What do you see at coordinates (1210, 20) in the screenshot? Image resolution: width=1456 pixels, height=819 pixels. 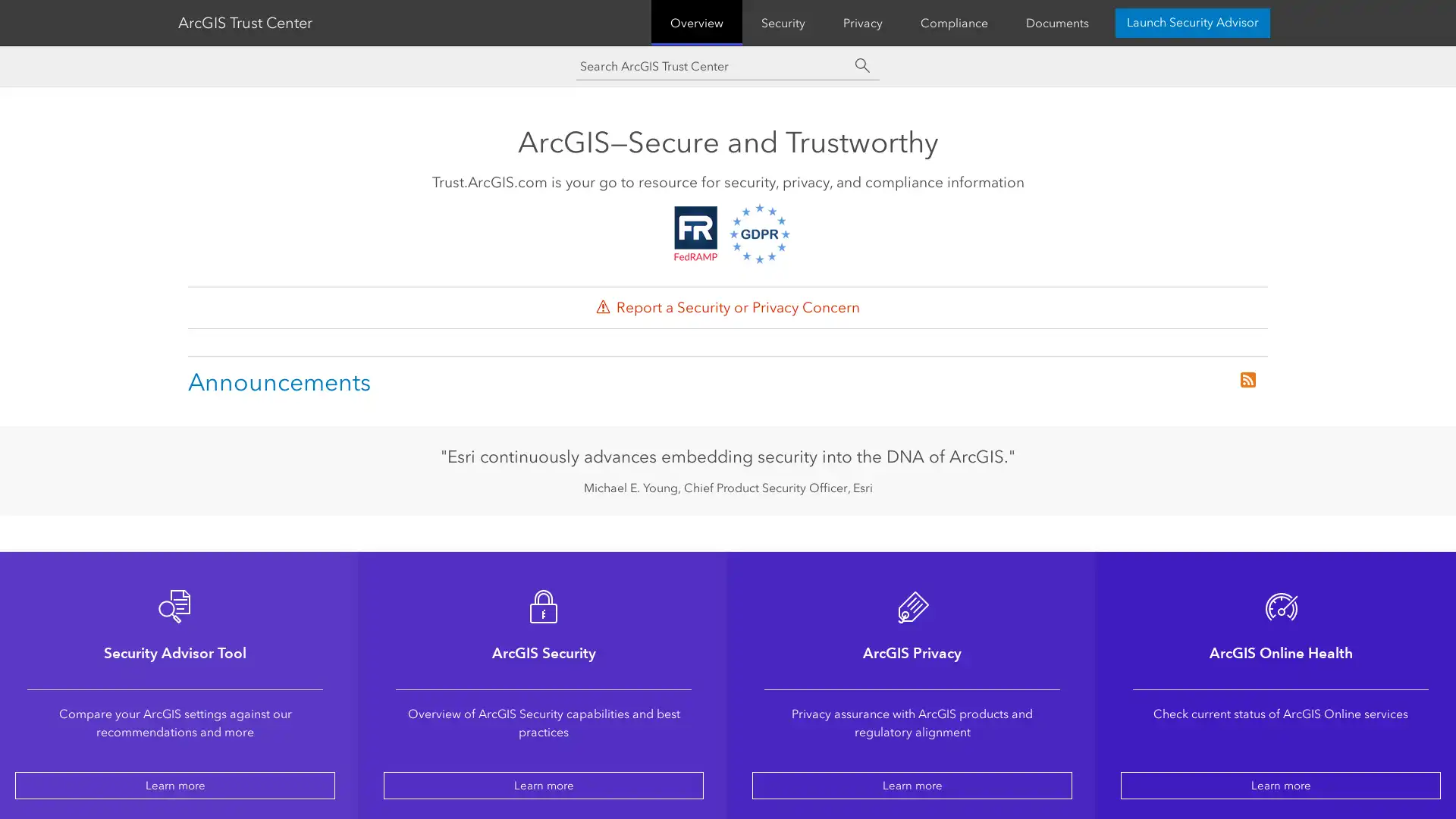 I see `Switch Language` at bounding box center [1210, 20].